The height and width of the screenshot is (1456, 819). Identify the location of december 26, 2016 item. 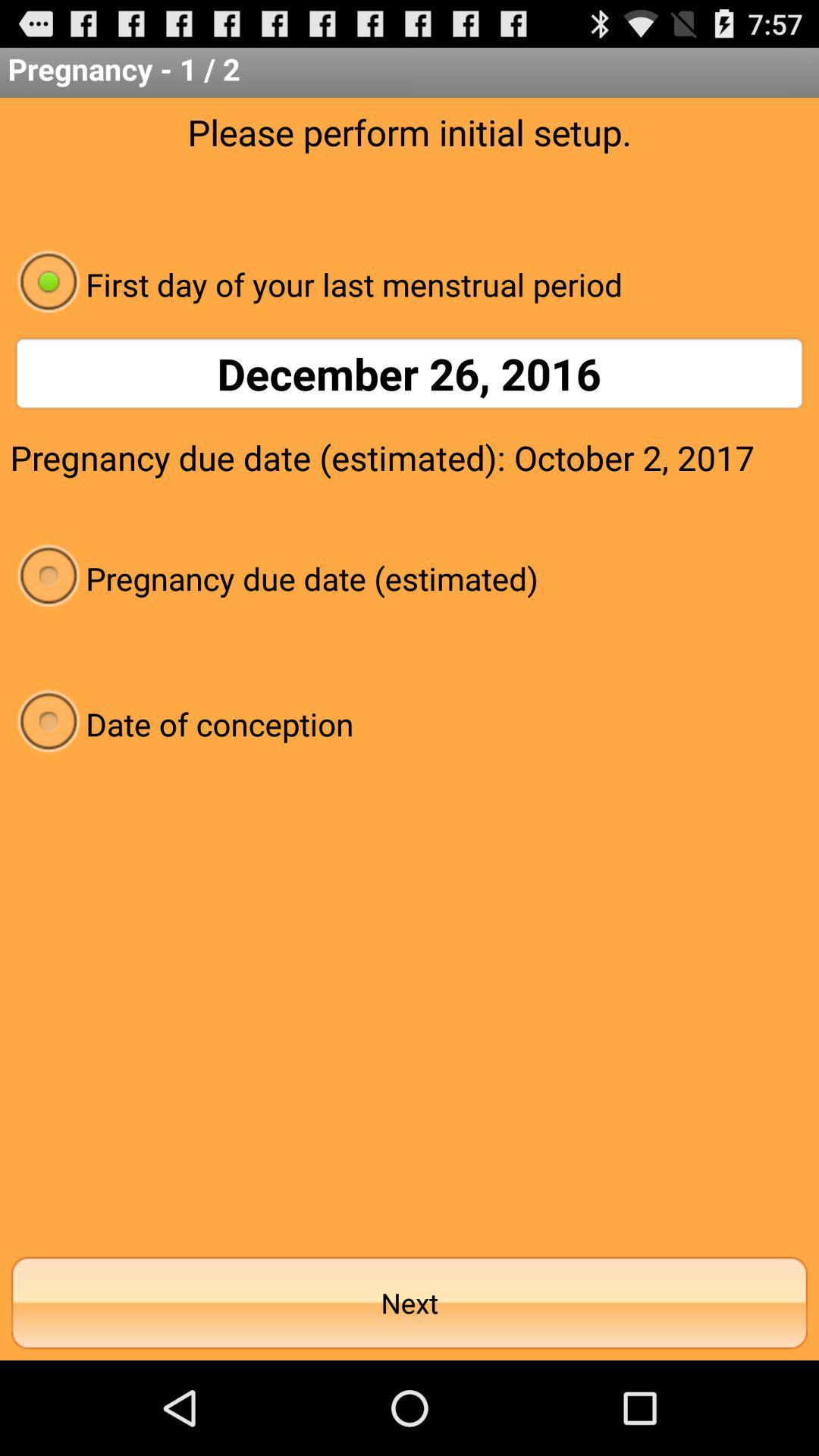
(409, 373).